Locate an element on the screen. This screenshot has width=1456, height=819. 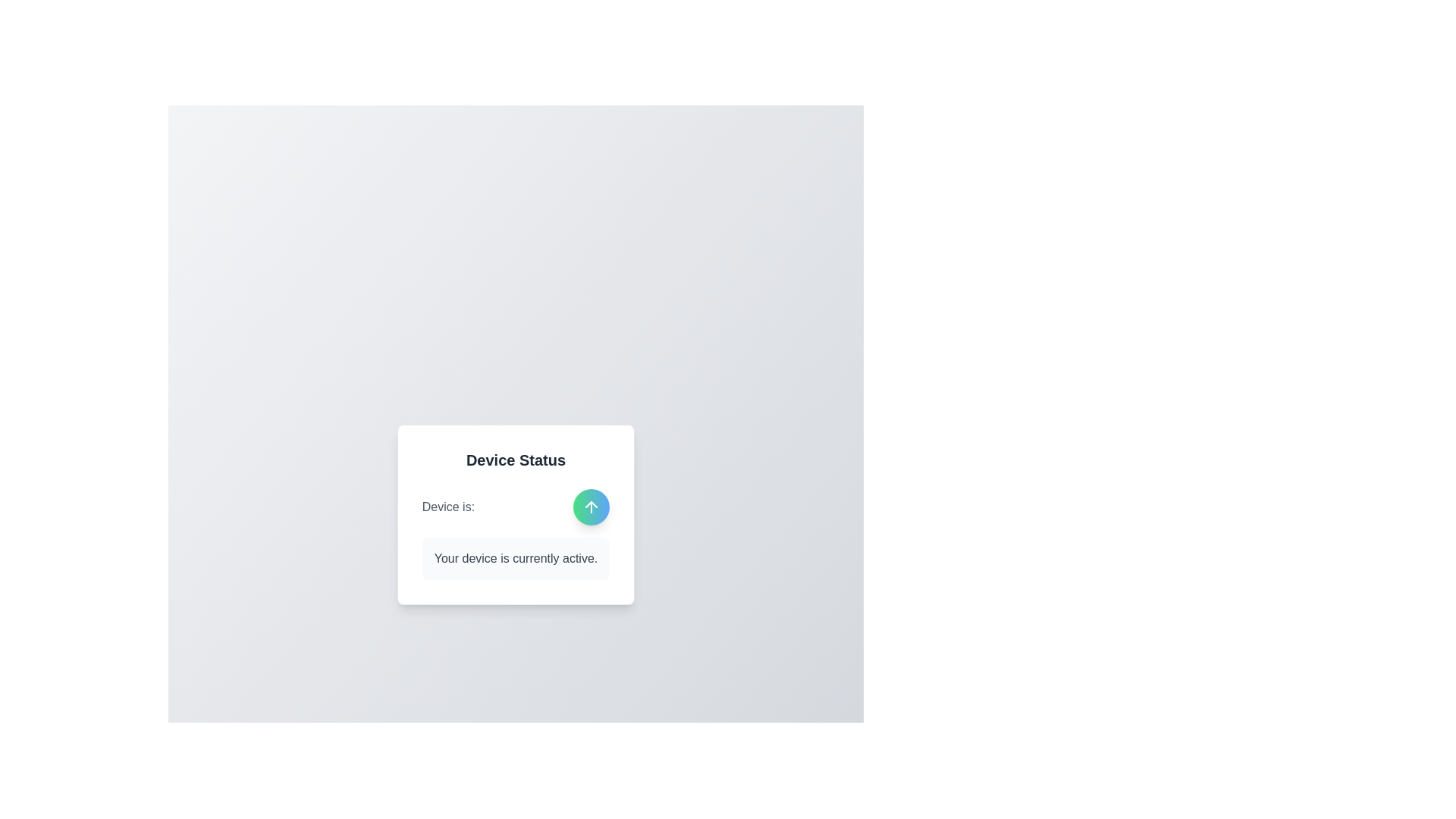
the upward pointing arrow icon within a circular gradient background located on the 'Device Status' card, which is positioned below the text 'Device is:' is located at coordinates (591, 507).